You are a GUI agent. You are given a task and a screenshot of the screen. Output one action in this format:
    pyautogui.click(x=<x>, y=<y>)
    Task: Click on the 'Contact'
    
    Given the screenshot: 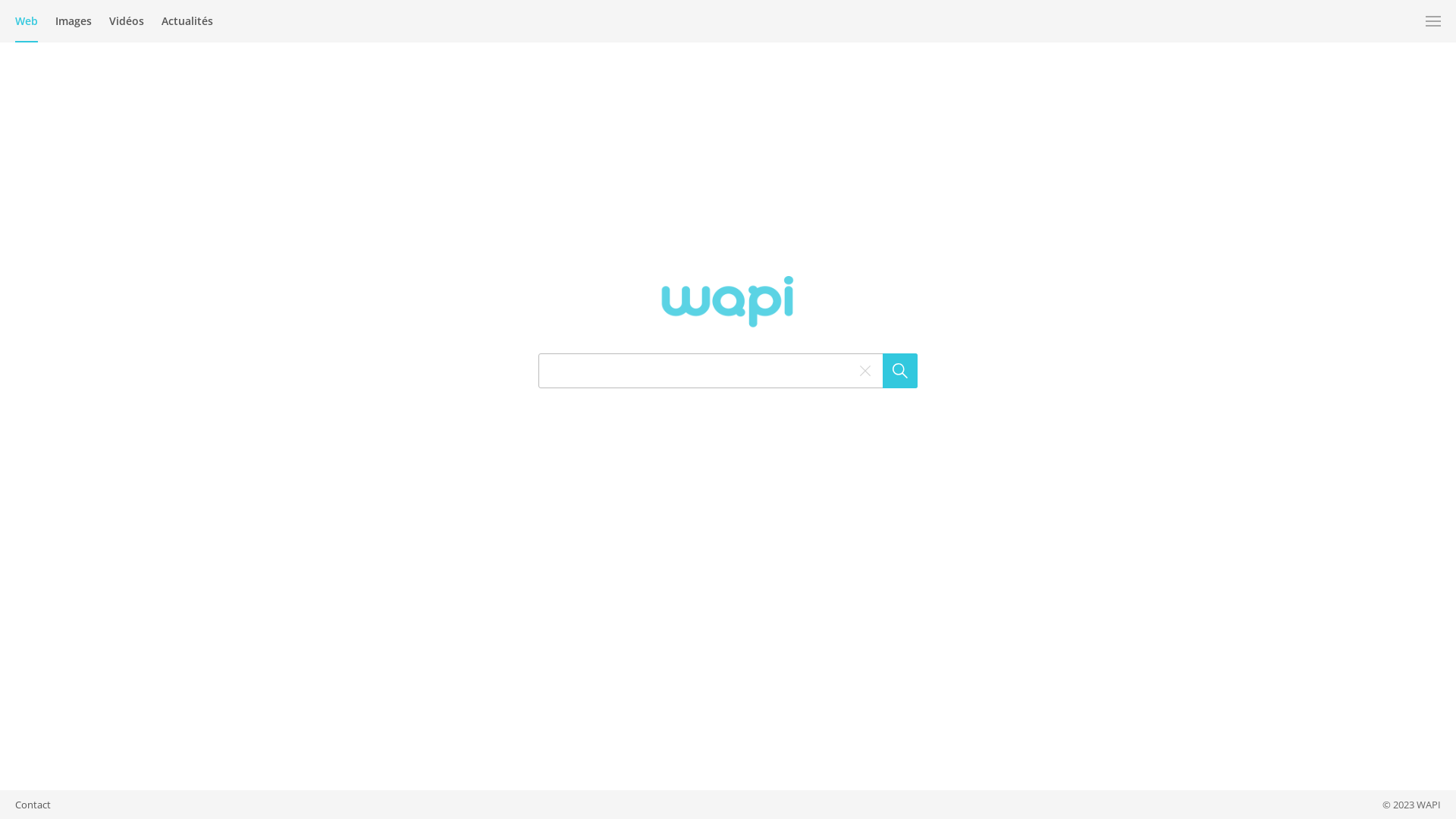 What is the action you would take?
    pyautogui.click(x=14, y=803)
    